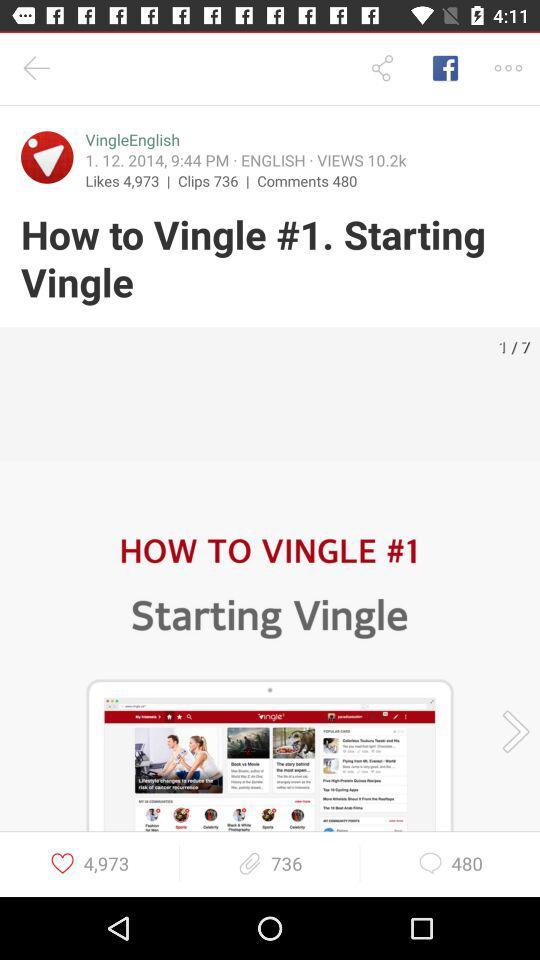 This screenshot has width=540, height=960. I want to click on the options icon, so click(508, 68).